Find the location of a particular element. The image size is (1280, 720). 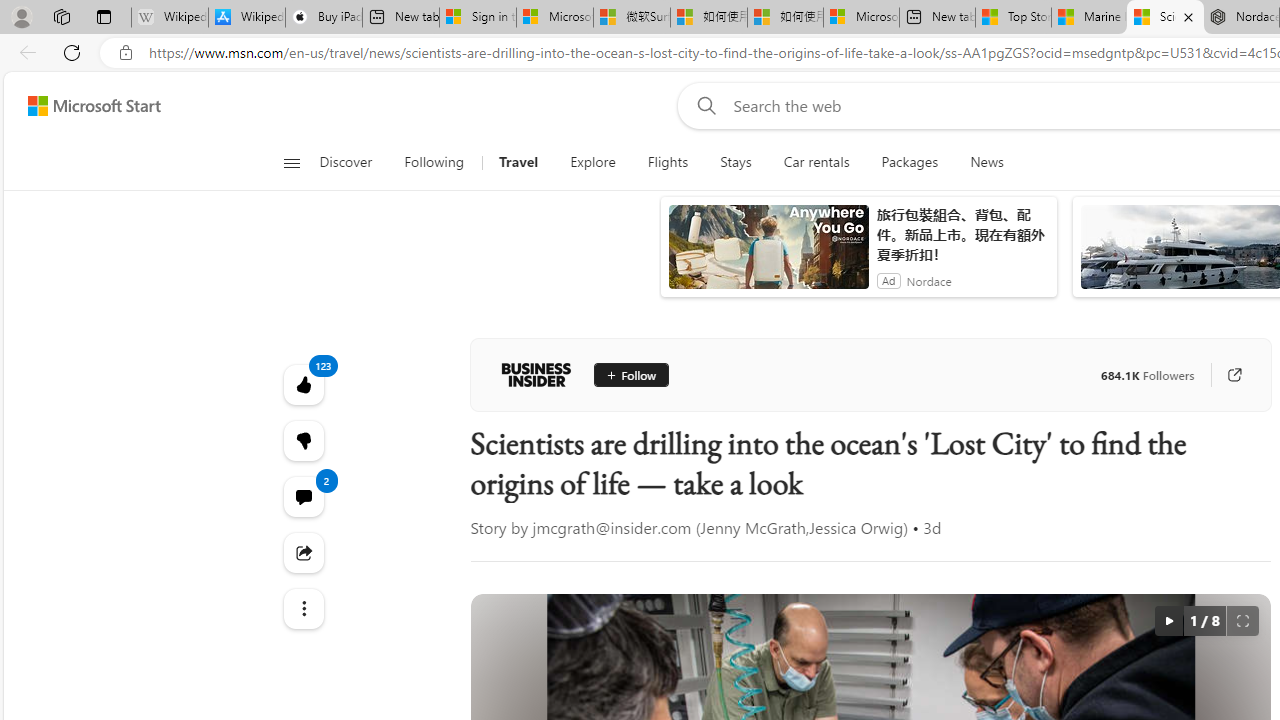

'Car rentals' is located at coordinates (816, 162).